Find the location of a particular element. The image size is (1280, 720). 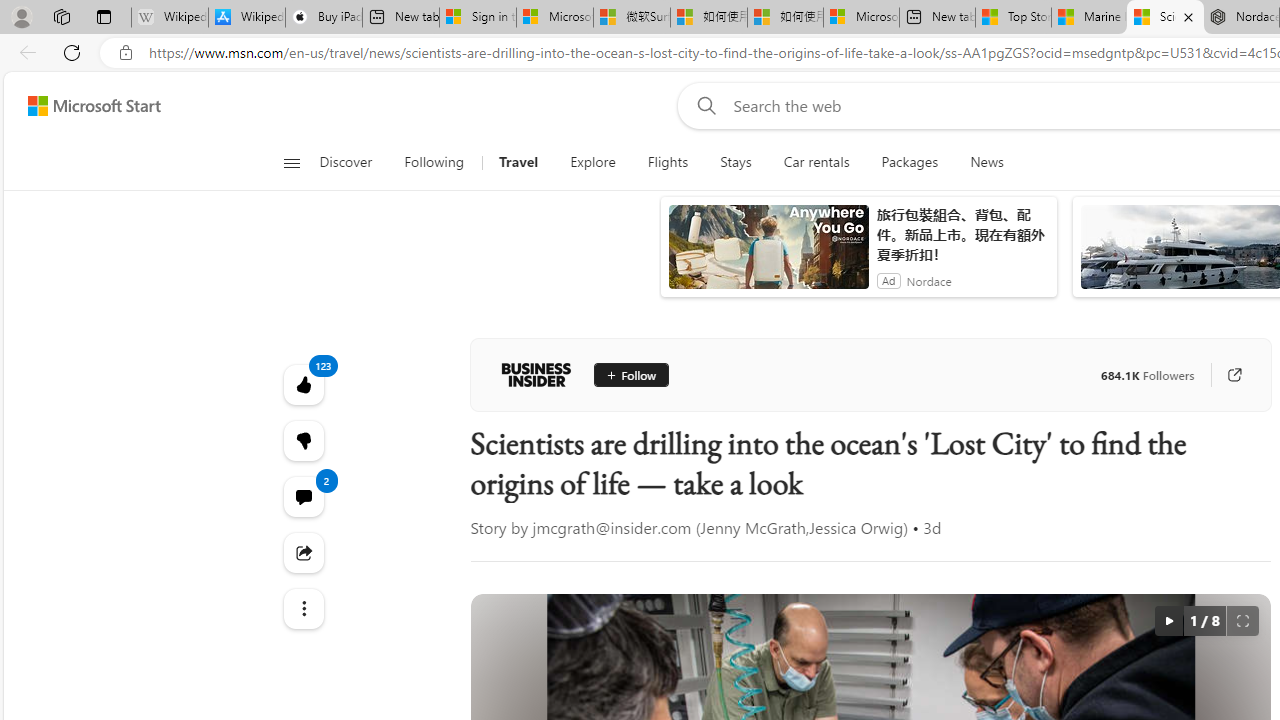

'Car rentals' is located at coordinates (816, 162).